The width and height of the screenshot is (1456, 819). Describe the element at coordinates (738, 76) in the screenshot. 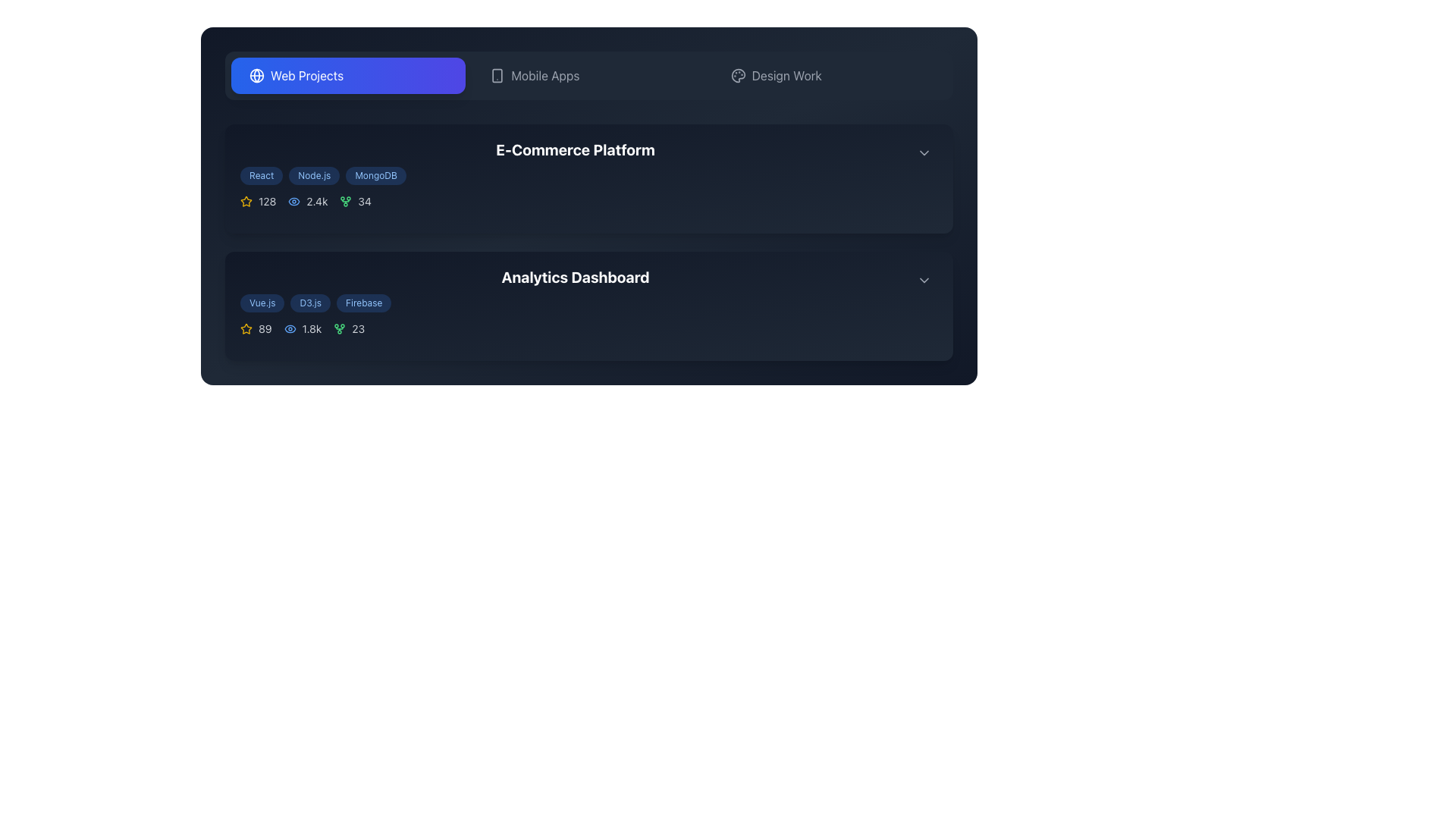

I see `the circular icon with a palette symbol located in the top-right corner of the interface` at that location.